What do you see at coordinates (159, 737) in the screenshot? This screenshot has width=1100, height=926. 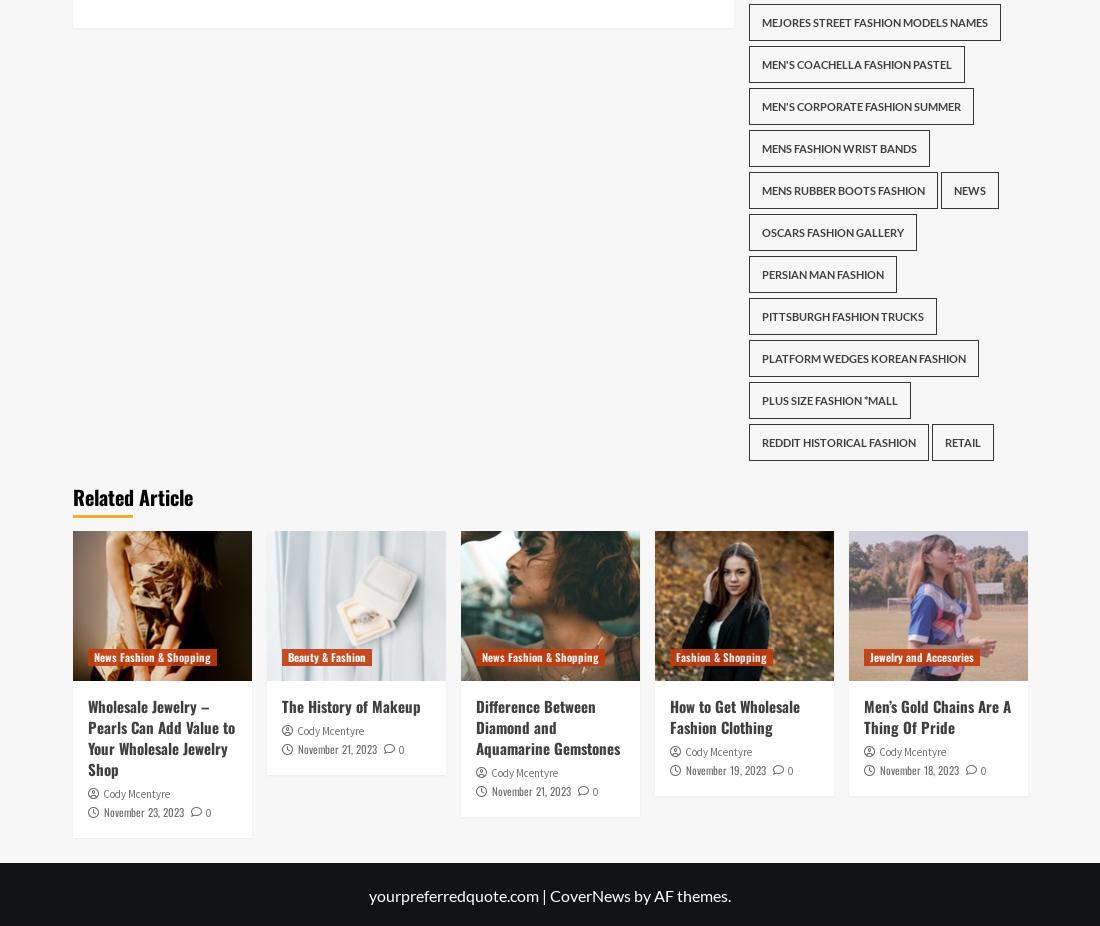 I see `'Wholesale Jewelry – Pearls Can Add Value to Your Wholesale Jewelry Shop'` at bounding box center [159, 737].